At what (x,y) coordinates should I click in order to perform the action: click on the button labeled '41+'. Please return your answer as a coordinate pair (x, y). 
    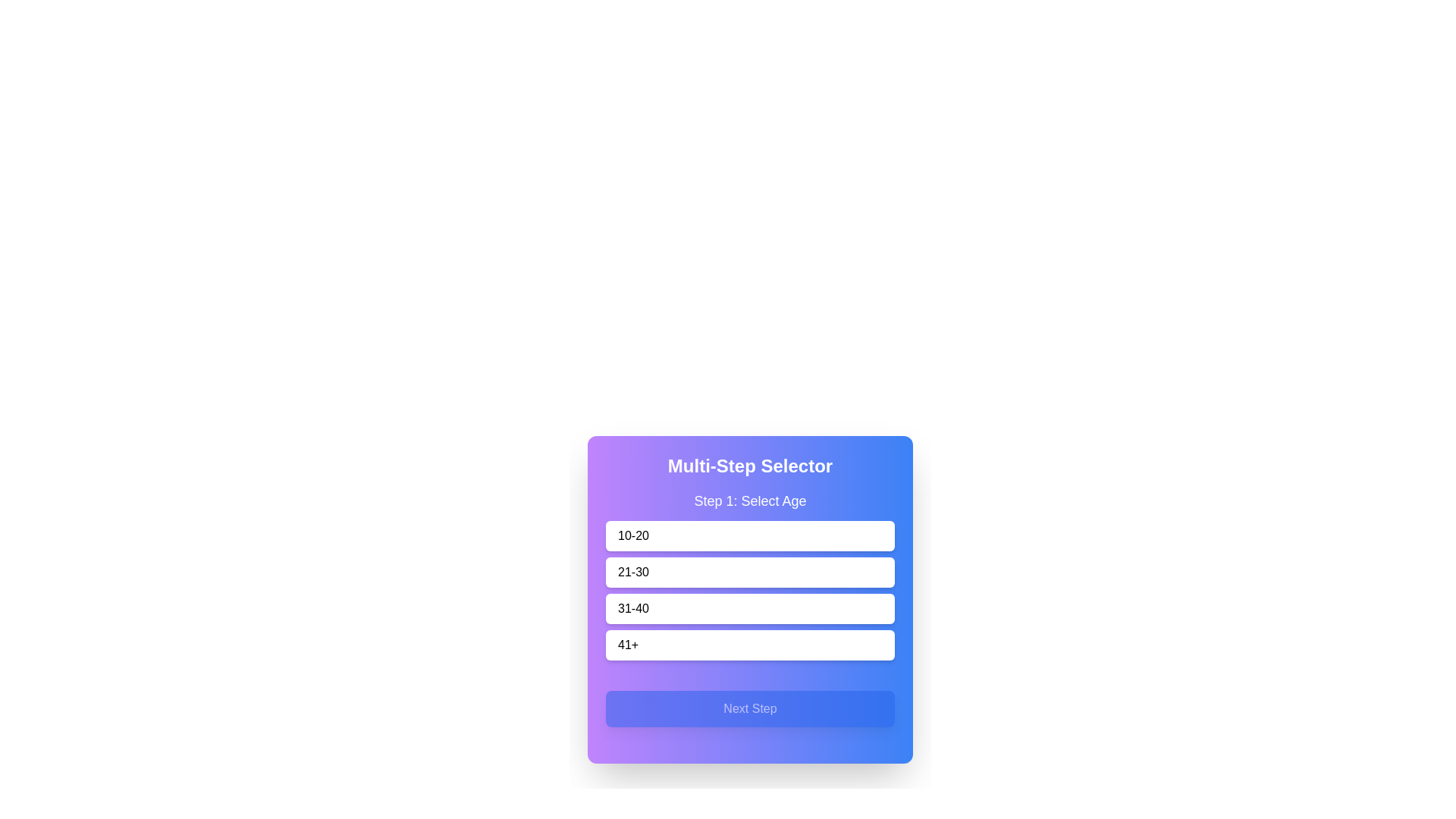
    Looking at the image, I should click on (750, 645).